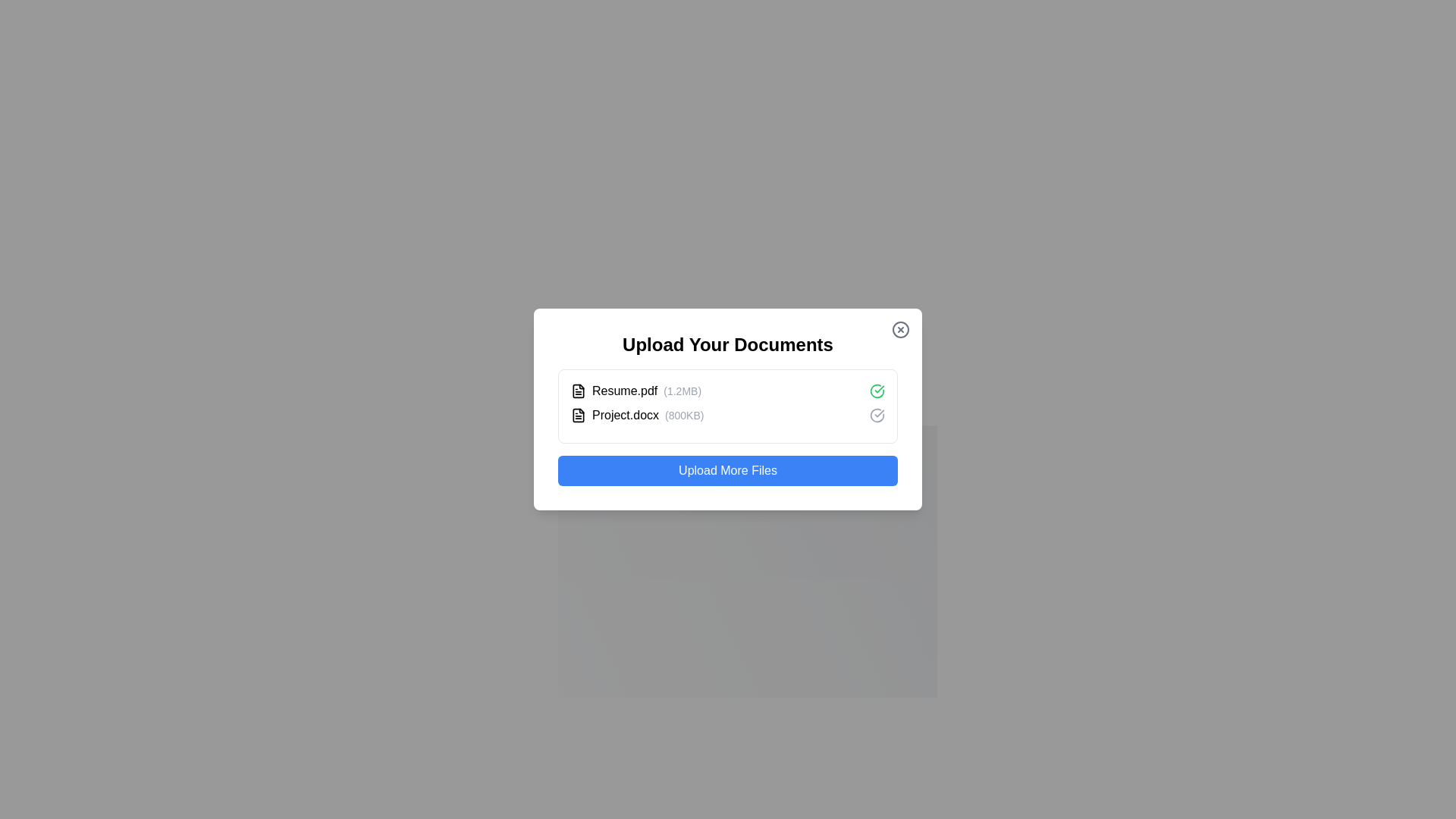  I want to click on the file icon representing 'Resume.pdf', which is located slightly to the left of the text item and aligns centrally with the text's vertical axis, so click(578, 390).